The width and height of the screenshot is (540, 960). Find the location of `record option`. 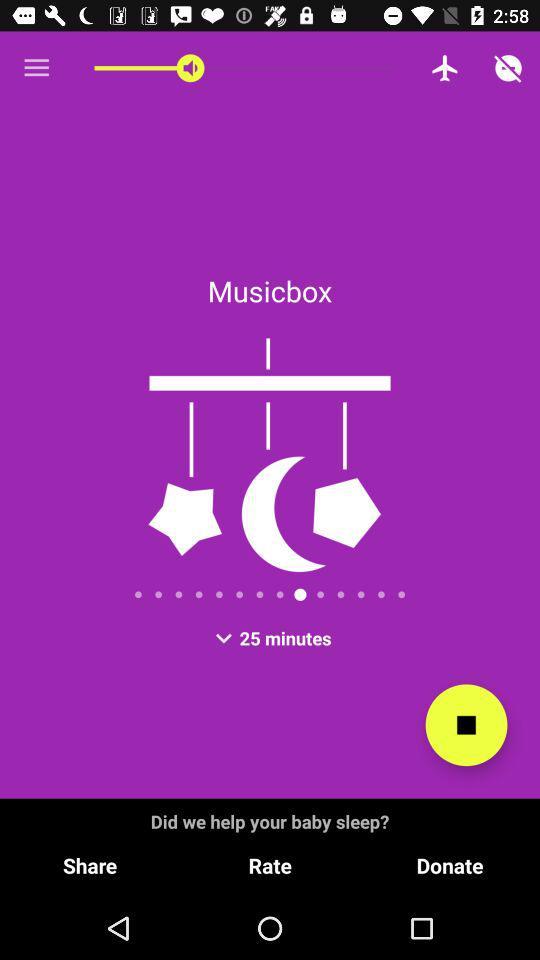

record option is located at coordinates (466, 724).